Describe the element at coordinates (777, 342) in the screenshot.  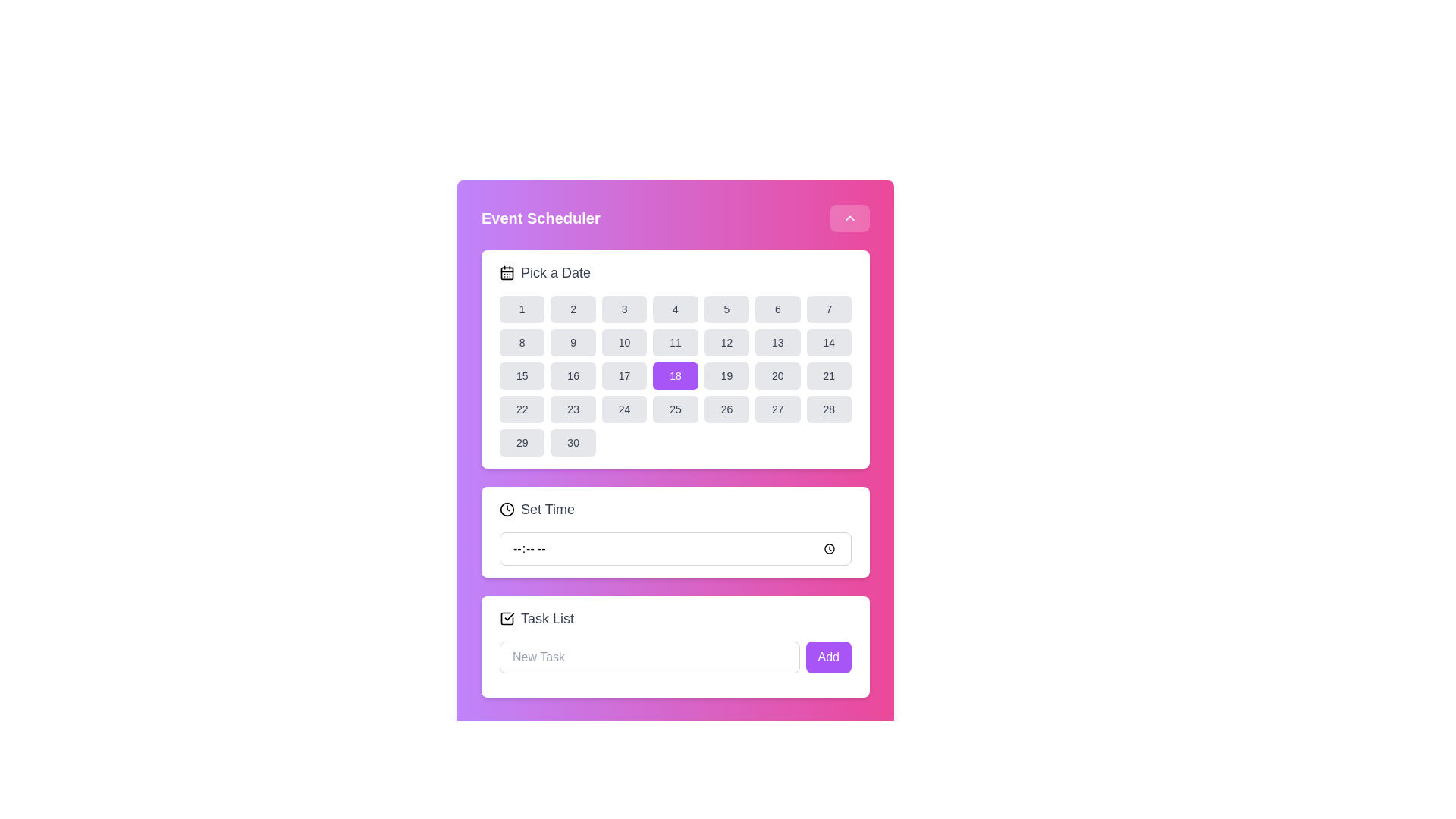
I see `the selectable date button representing '13' in the calendar interface of the 'Event Scheduler' application` at that location.